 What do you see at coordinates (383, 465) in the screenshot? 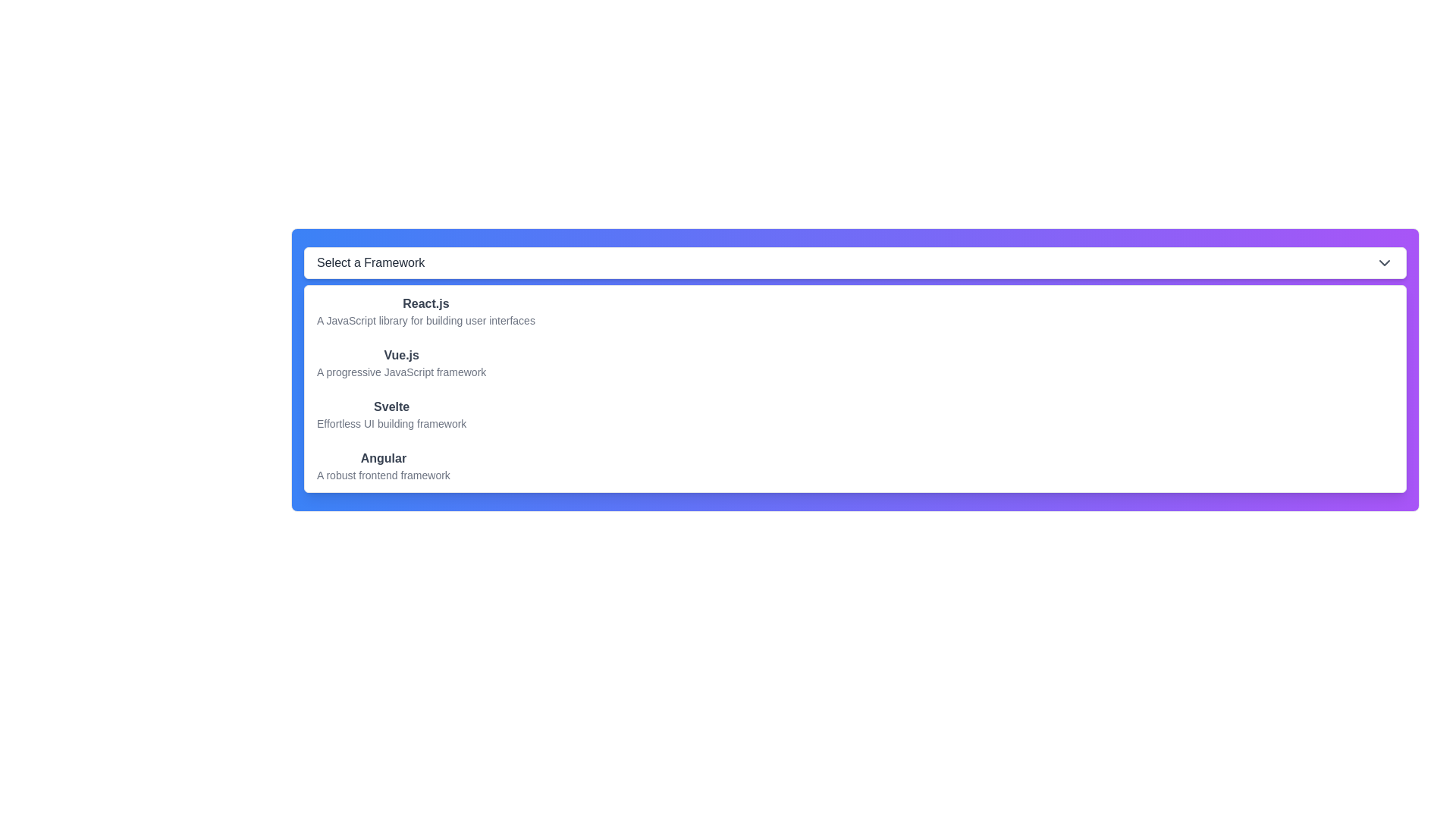
I see `the 'Angular' option in the dropdown menu under 'Select a Framework'` at bounding box center [383, 465].